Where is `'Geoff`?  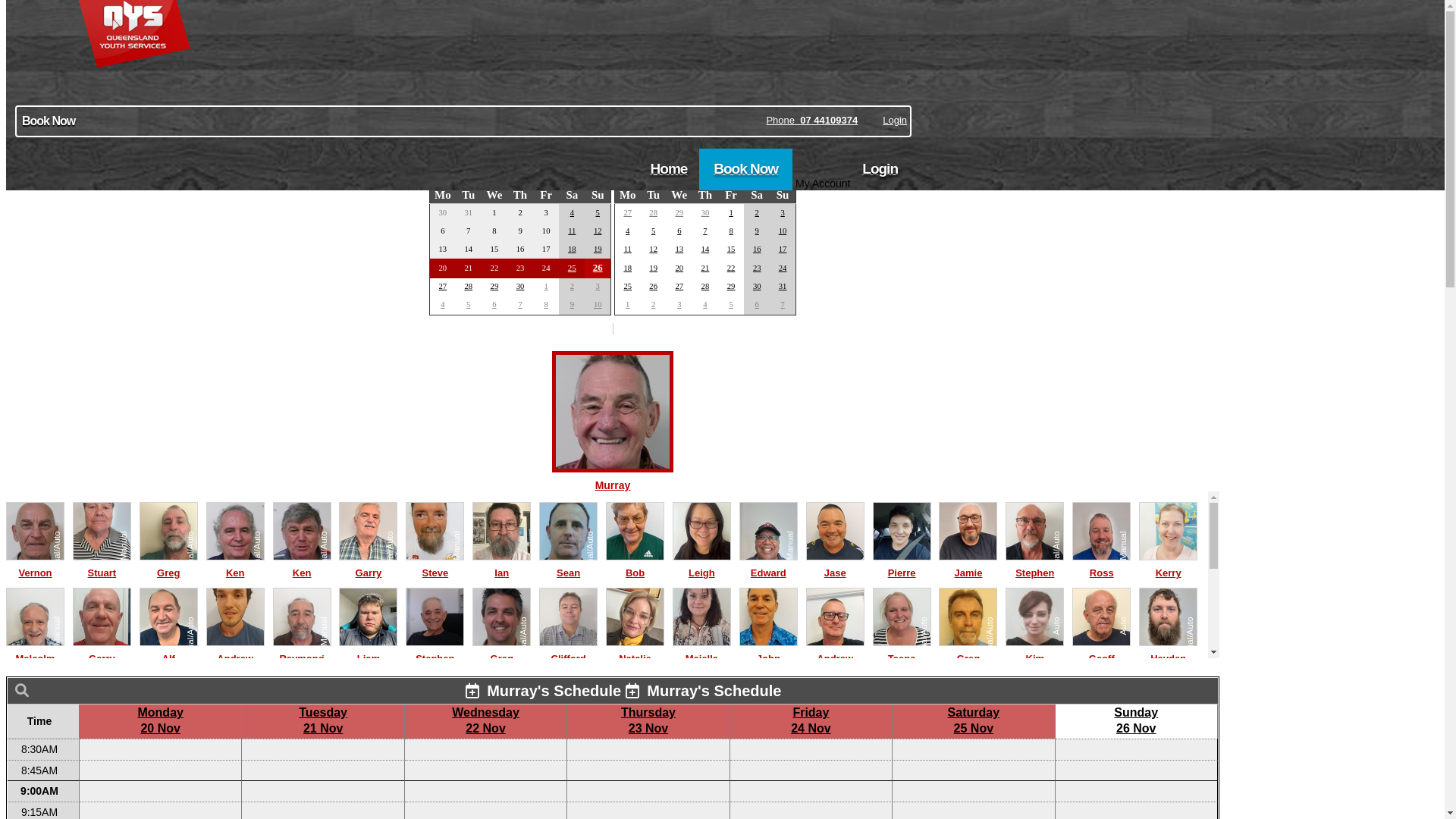
'Geoff is located at coordinates (1101, 650).